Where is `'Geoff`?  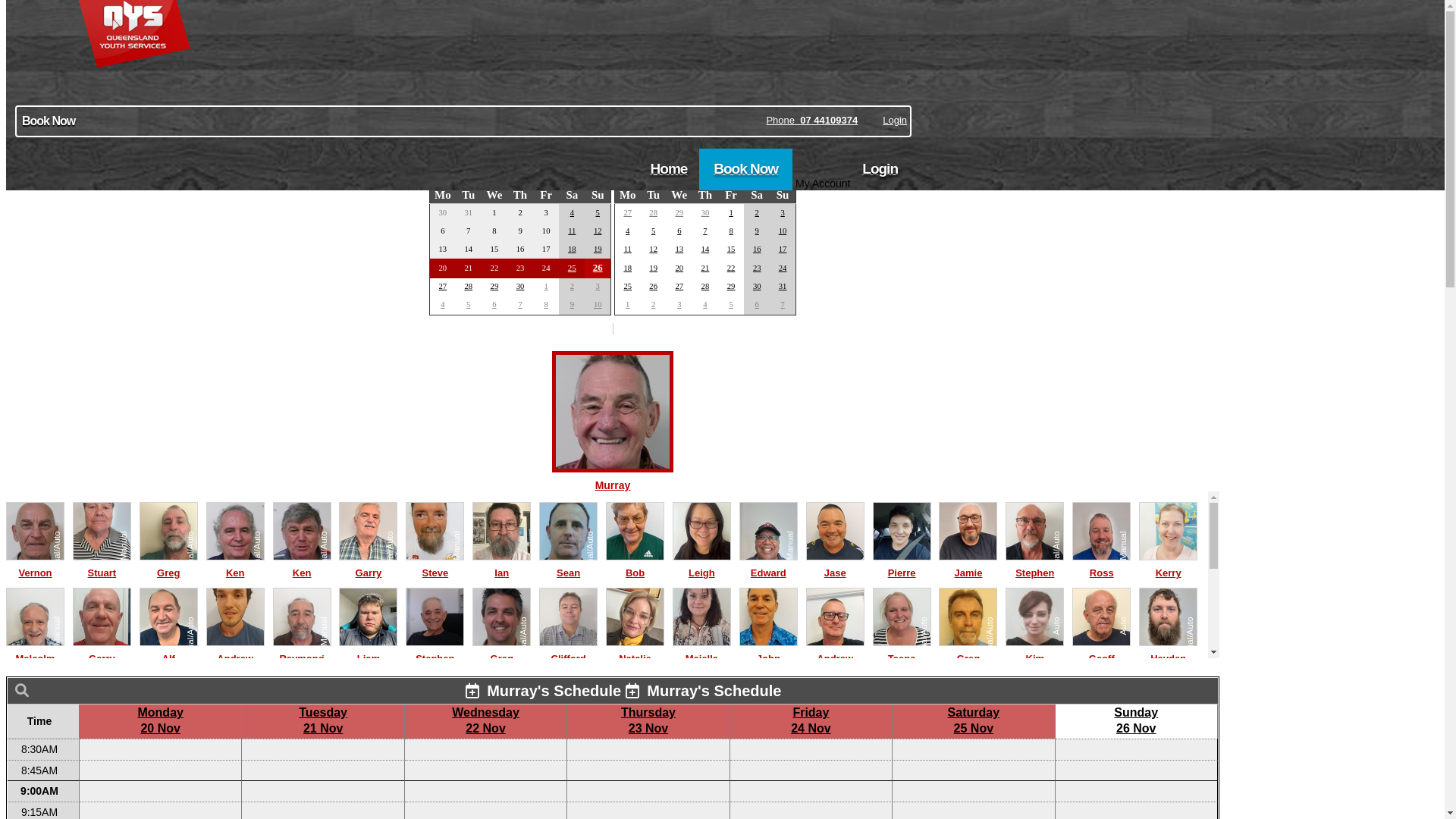
'Geoff is located at coordinates (1101, 650).